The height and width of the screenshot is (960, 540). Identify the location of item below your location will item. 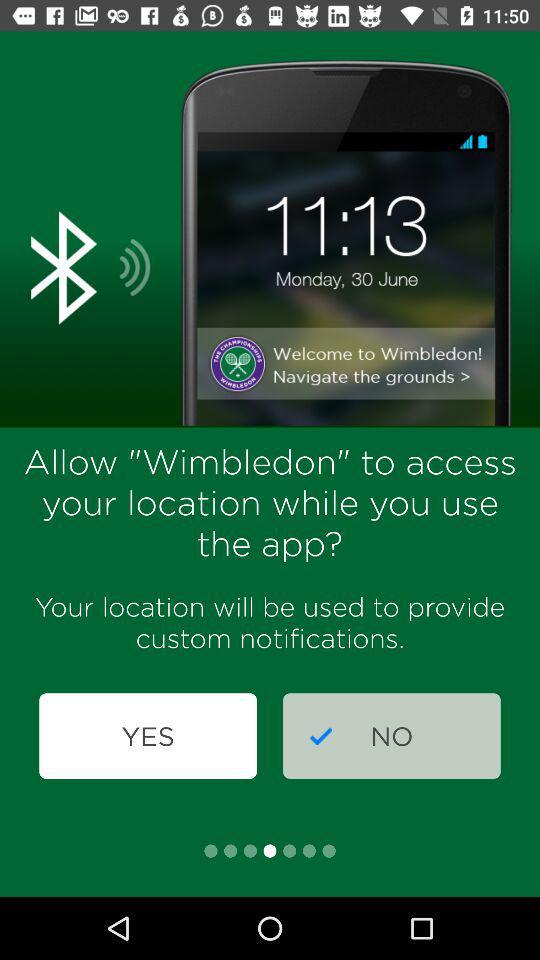
(147, 735).